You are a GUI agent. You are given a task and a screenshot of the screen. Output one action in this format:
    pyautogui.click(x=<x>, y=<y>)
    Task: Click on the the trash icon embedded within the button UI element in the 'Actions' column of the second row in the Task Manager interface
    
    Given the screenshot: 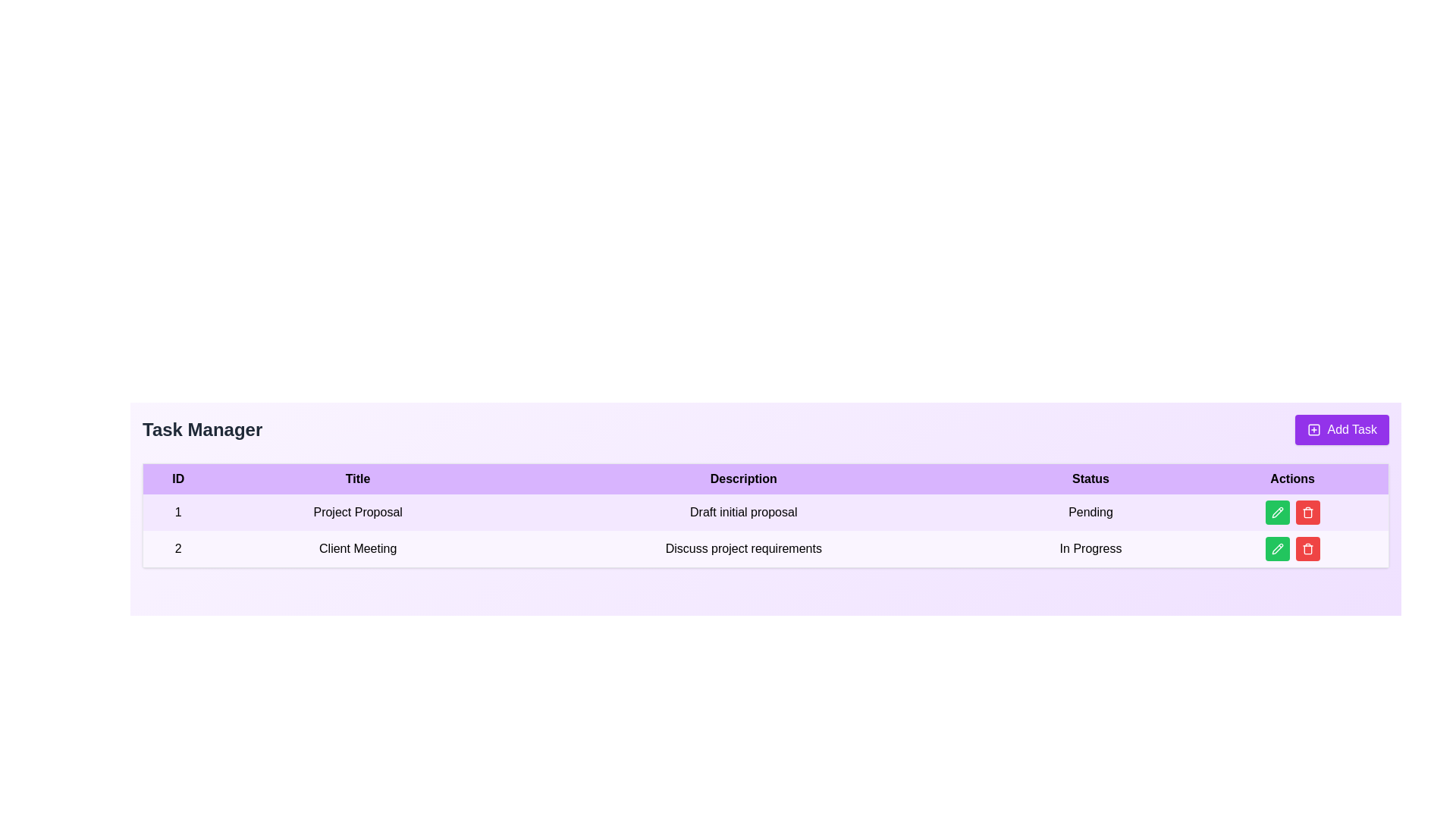 What is the action you would take?
    pyautogui.click(x=1307, y=549)
    